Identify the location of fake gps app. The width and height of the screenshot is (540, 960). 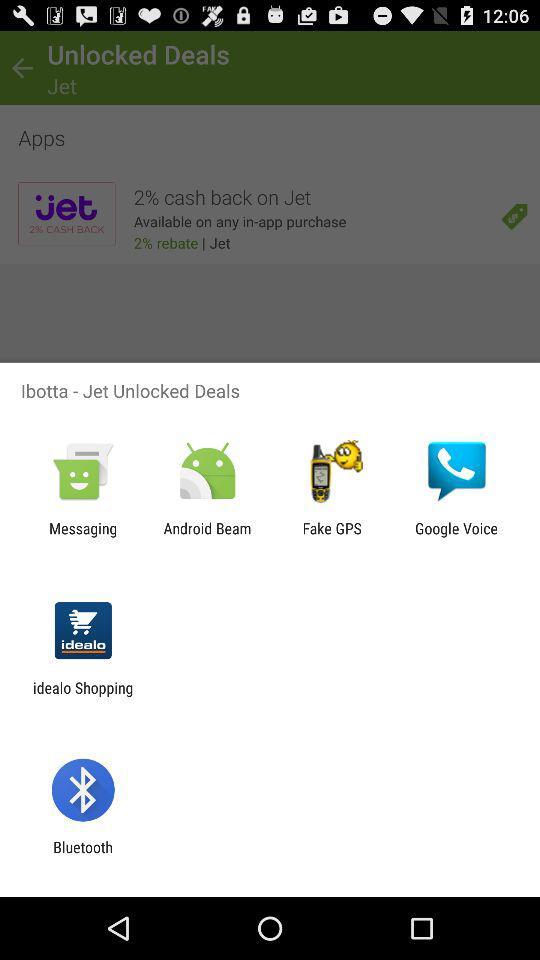
(332, 536).